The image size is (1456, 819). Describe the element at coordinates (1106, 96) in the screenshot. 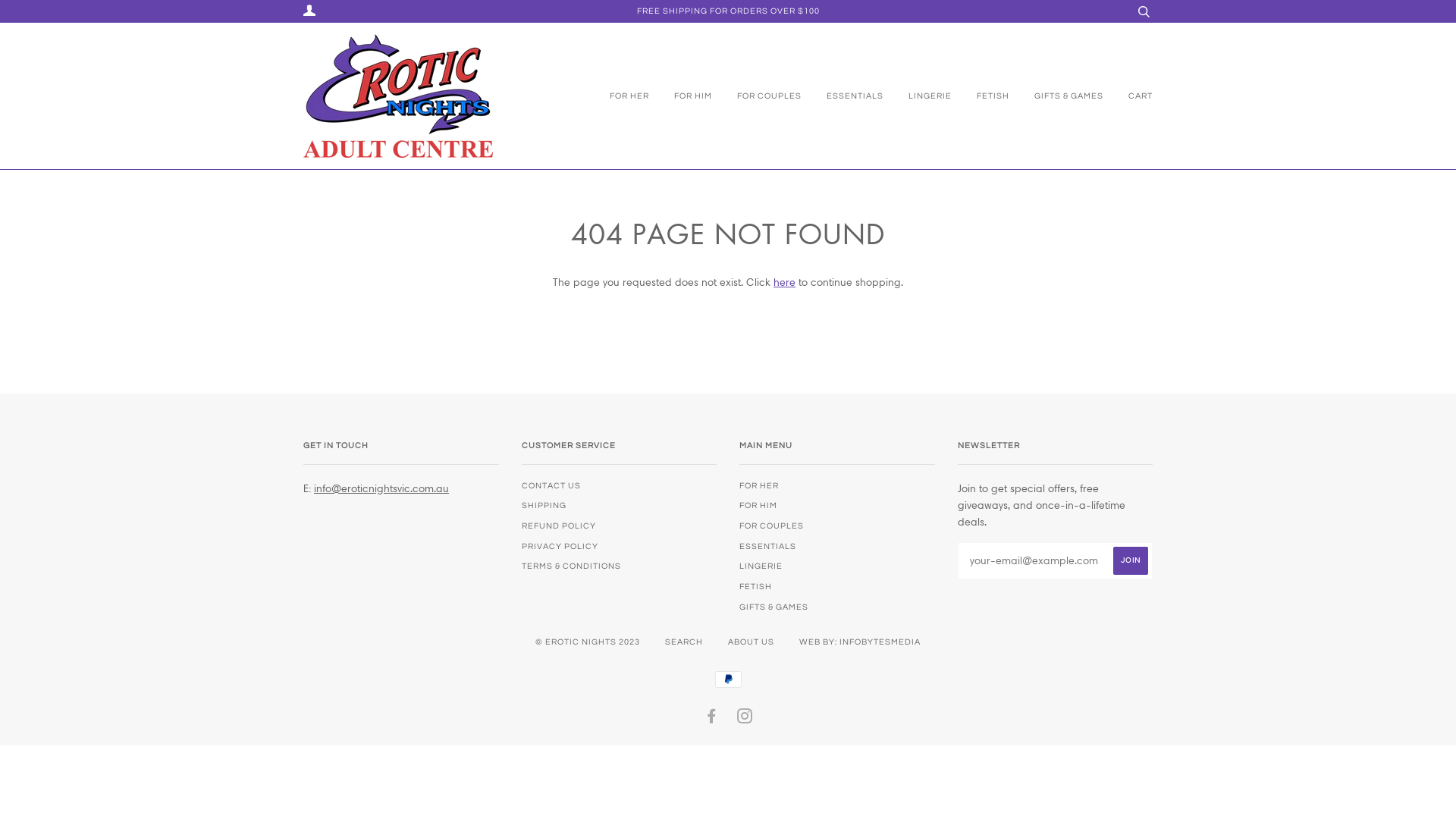

I see `'CART'` at that location.